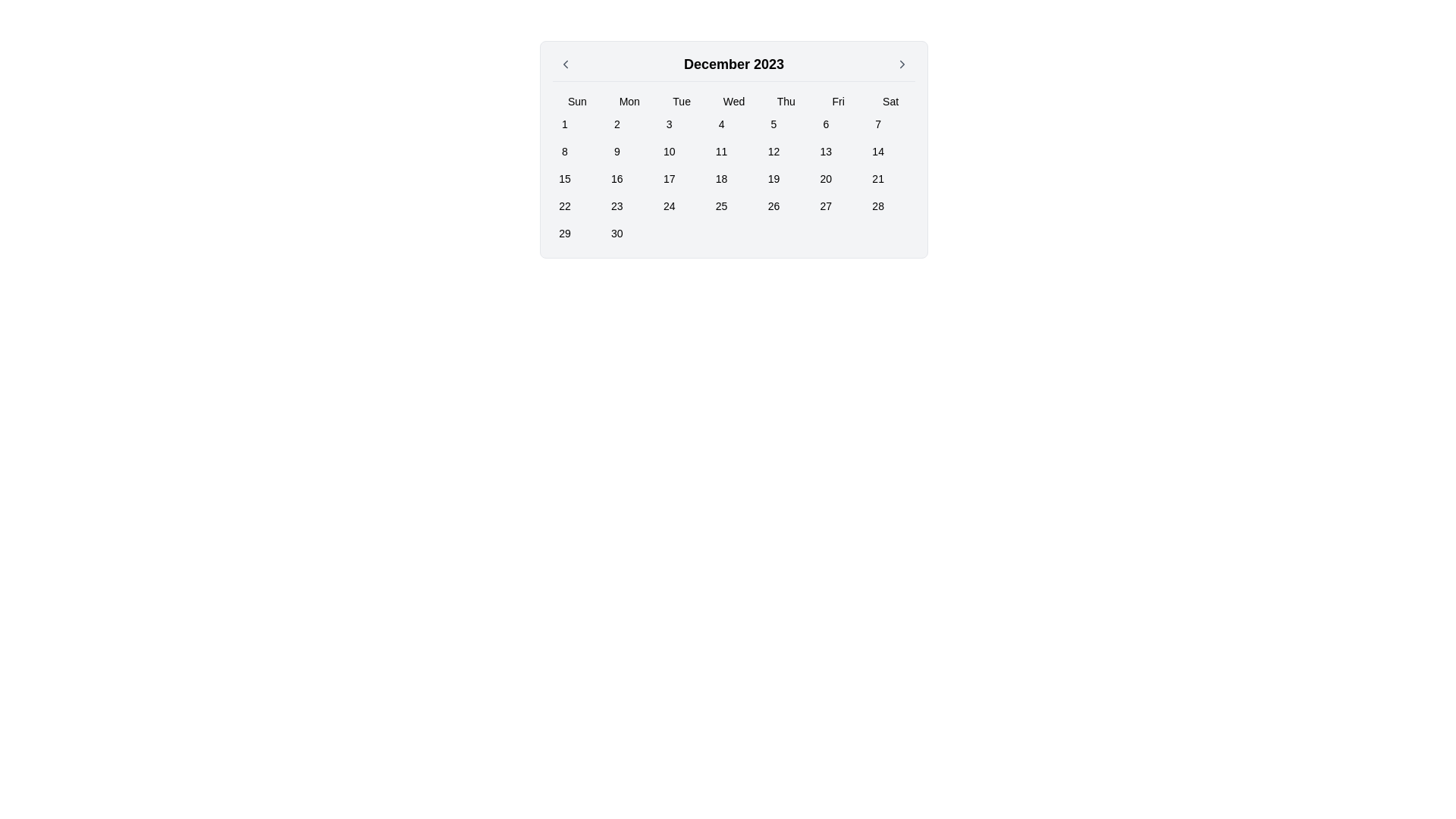  What do you see at coordinates (617, 124) in the screenshot?
I see `the selectable date '2' button on the calendar, positioned directly below 'Mon'` at bounding box center [617, 124].